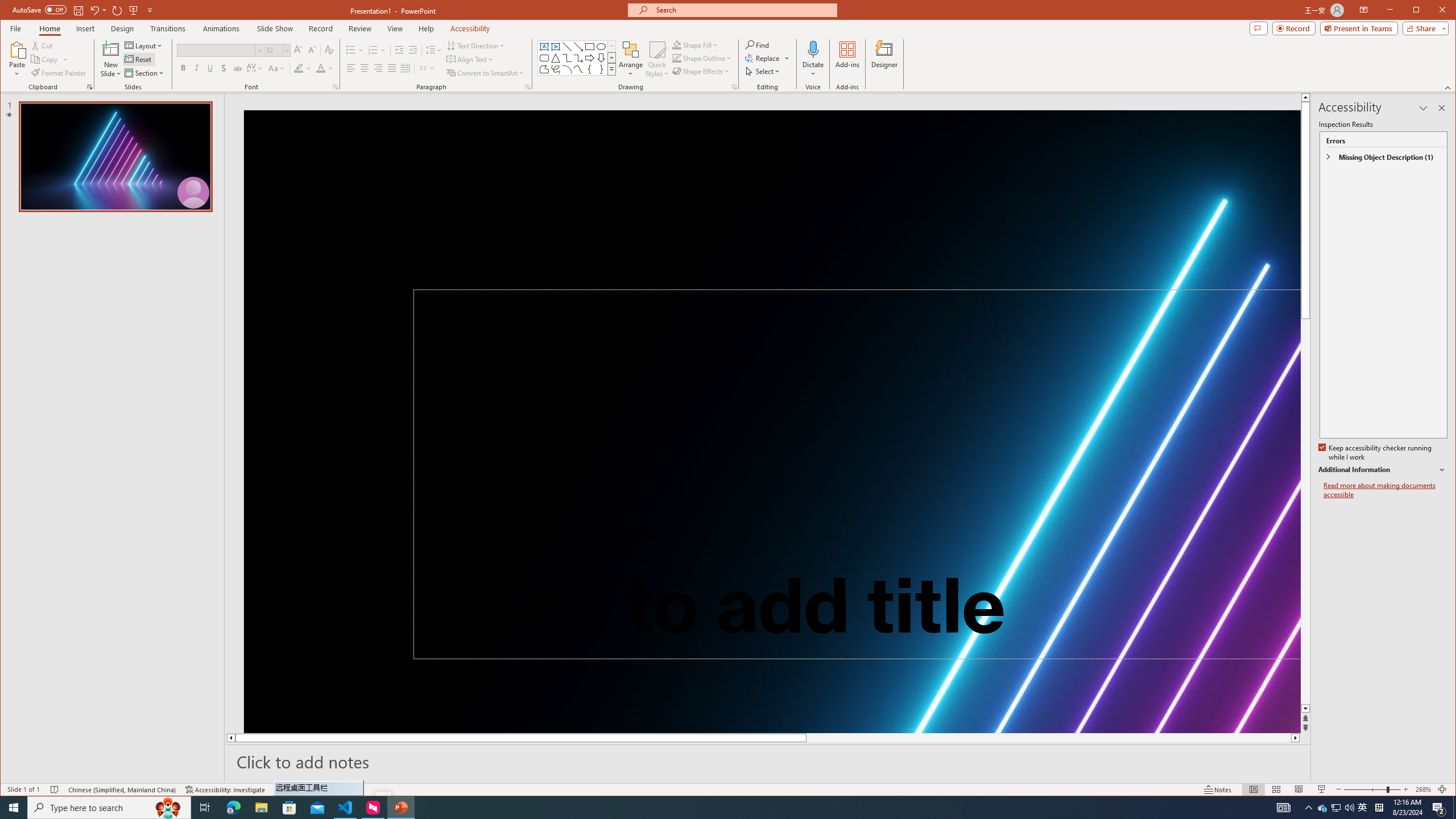 This screenshot has height=819, width=1456. Describe the element at coordinates (109, 806) in the screenshot. I see `'Type here to search'` at that location.